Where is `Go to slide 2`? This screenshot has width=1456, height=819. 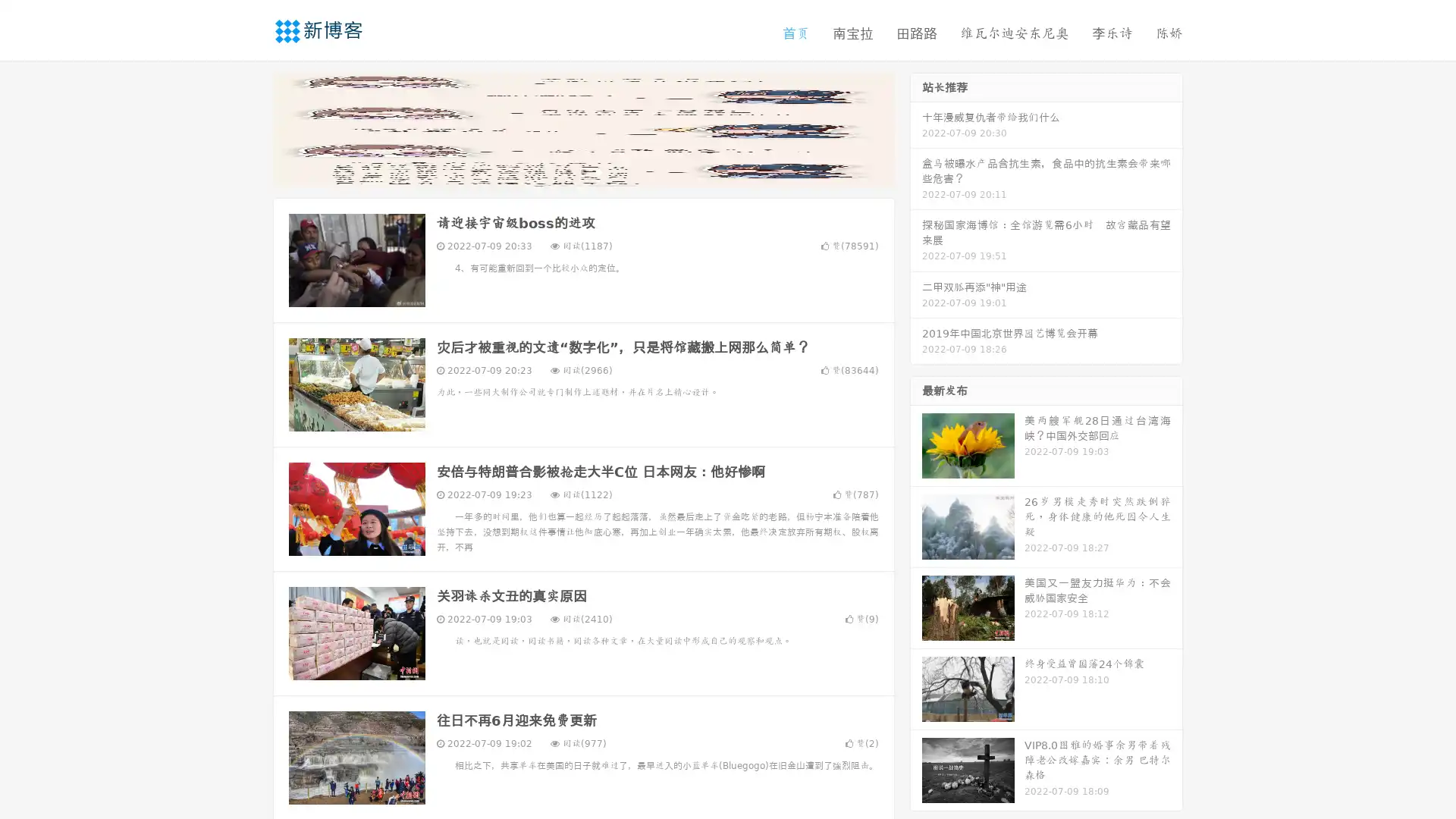 Go to slide 2 is located at coordinates (582, 171).